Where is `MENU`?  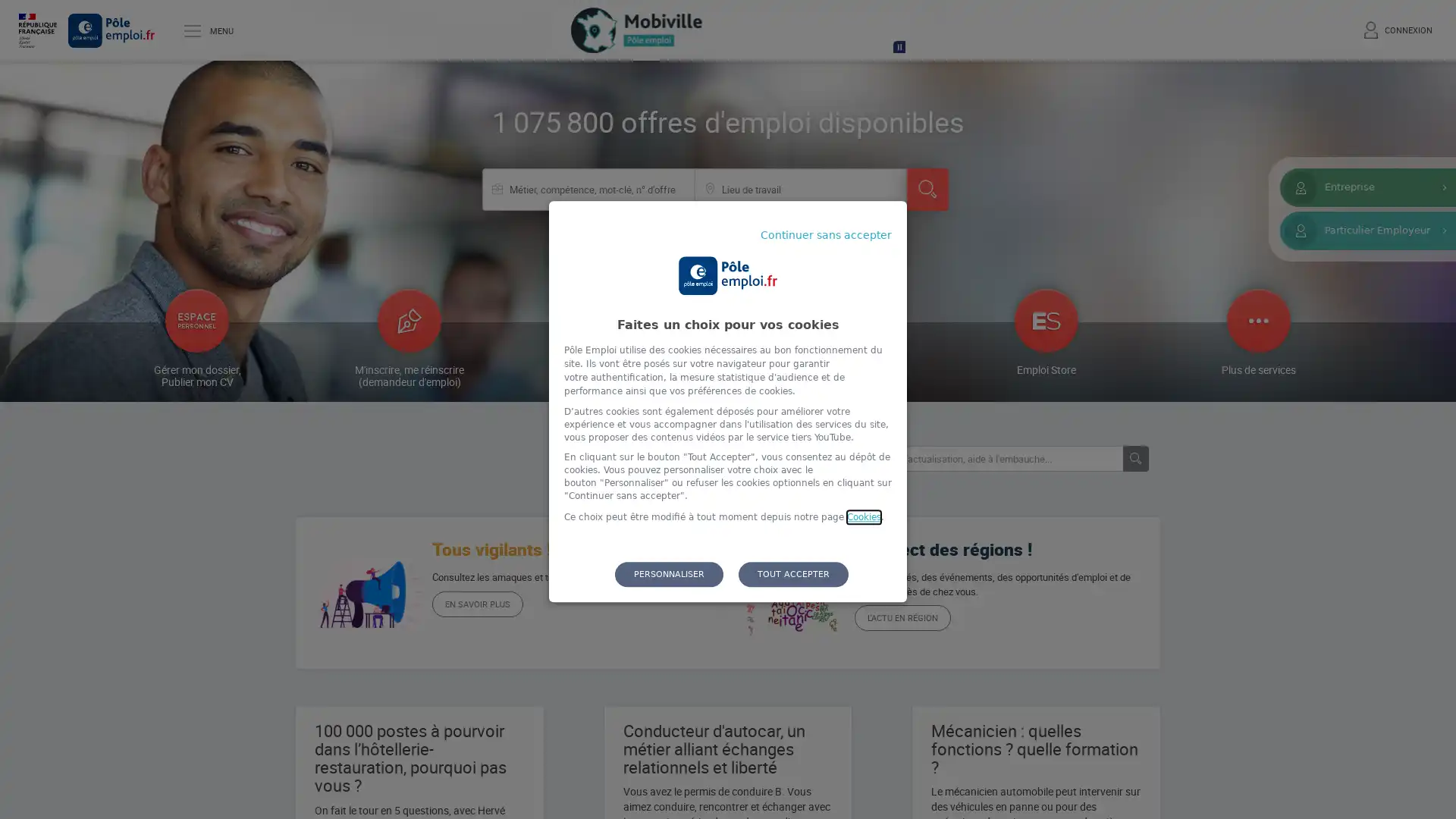 MENU is located at coordinates (209, 30).